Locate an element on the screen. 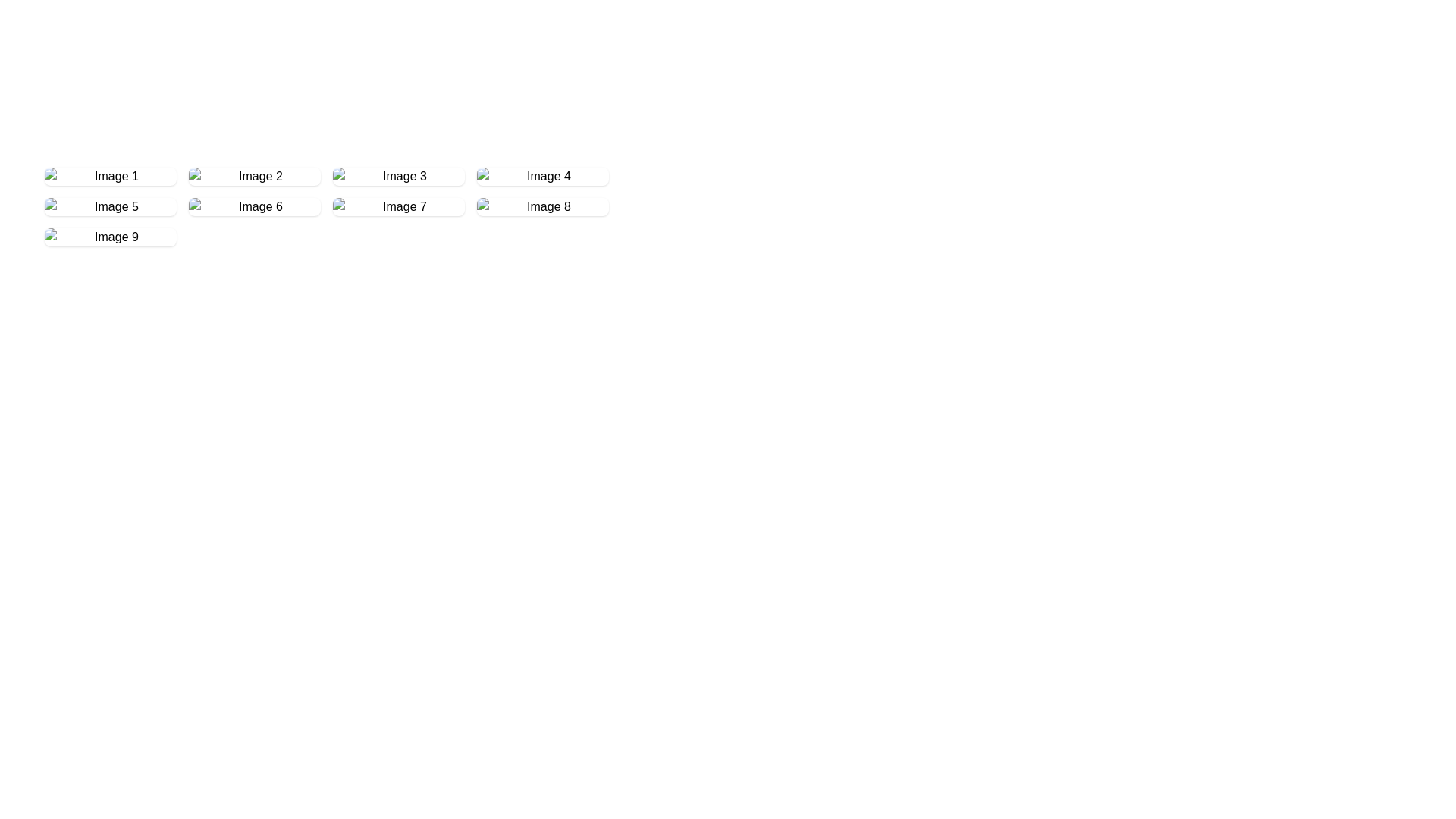  the second clickable grid item in the first row is located at coordinates (255, 175).